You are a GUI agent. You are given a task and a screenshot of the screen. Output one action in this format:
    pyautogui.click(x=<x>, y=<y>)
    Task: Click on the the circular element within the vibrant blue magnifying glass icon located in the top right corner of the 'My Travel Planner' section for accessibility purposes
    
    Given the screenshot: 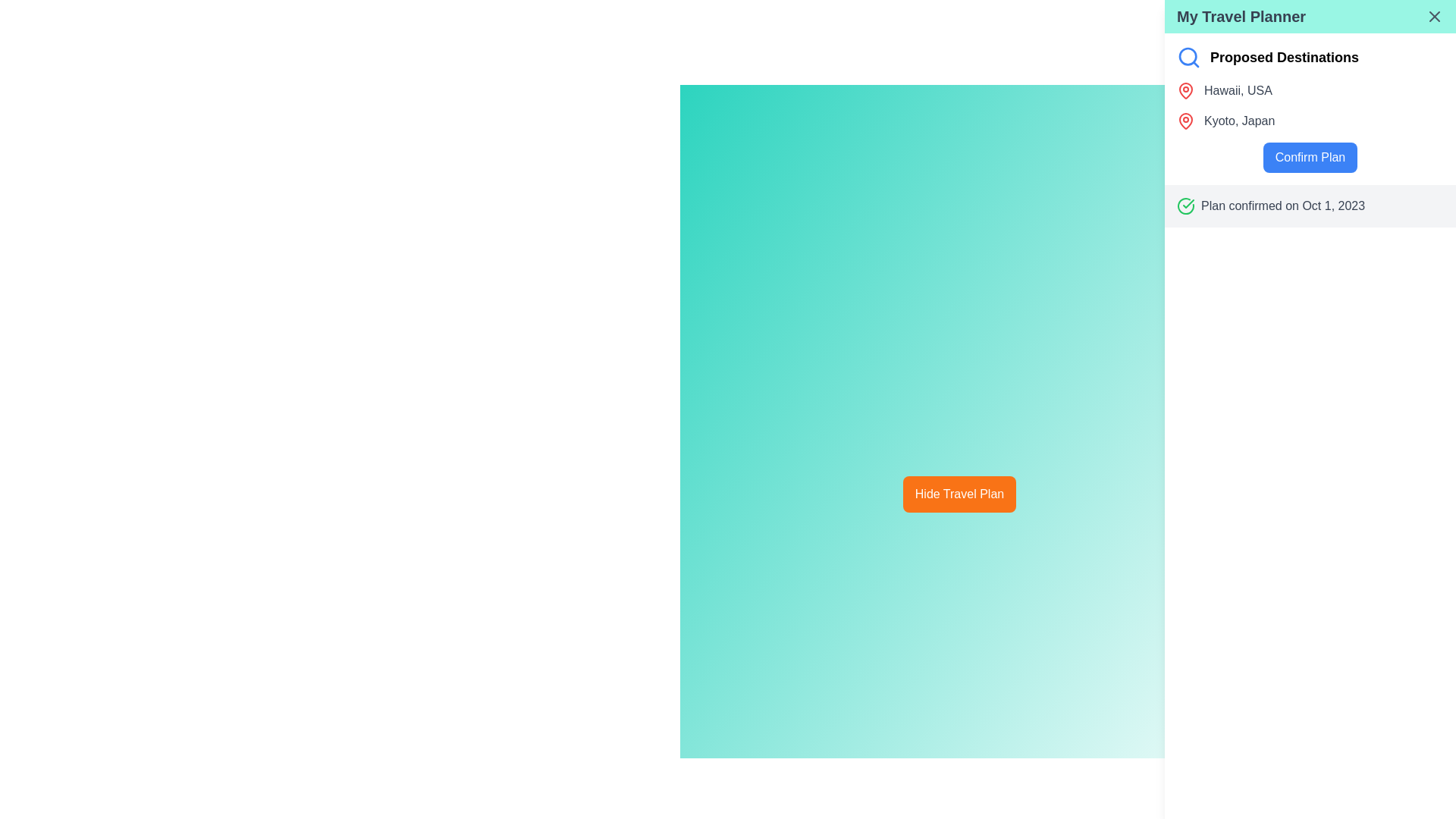 What is the action you would take?
    pyautogui.click(x=1187, y=55)
    